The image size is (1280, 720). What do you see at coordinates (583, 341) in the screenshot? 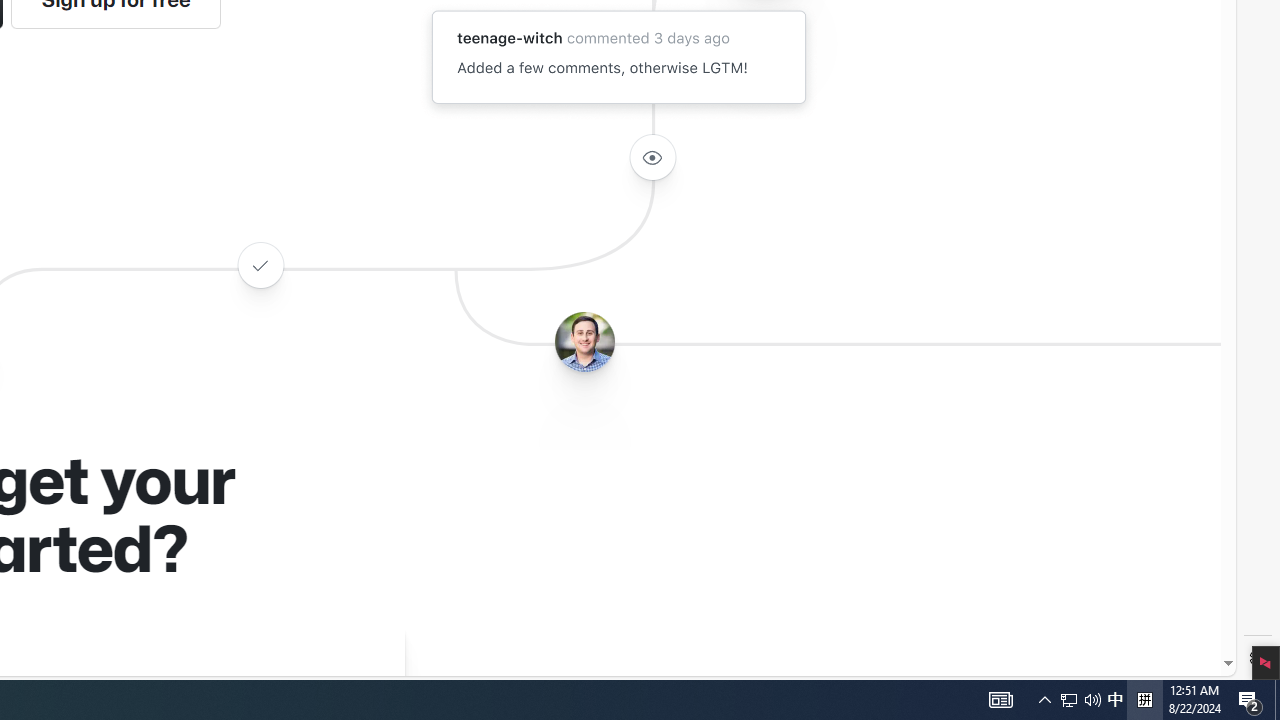
I see `'Avatar of the user benbalter'` at bounding box center [583, 341].